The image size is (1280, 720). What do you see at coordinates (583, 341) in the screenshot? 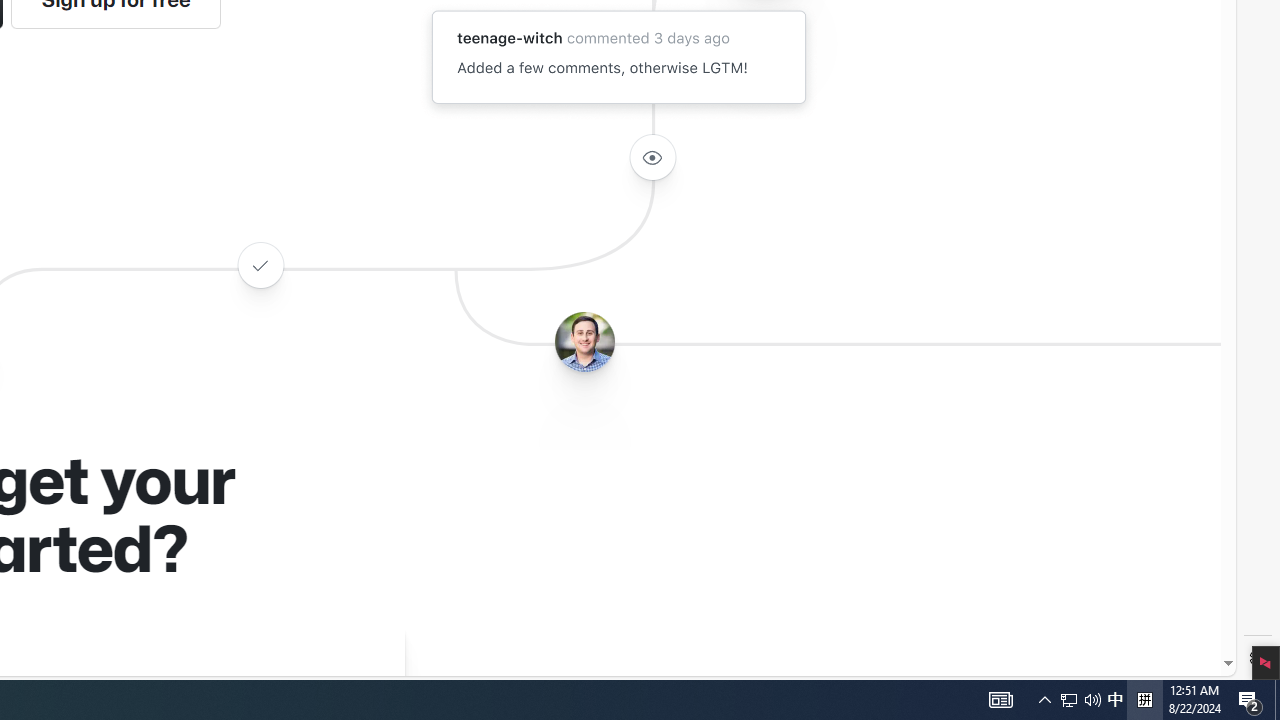
I see `'Avatar of the user benbalter'` at bounding box center [583, 341].